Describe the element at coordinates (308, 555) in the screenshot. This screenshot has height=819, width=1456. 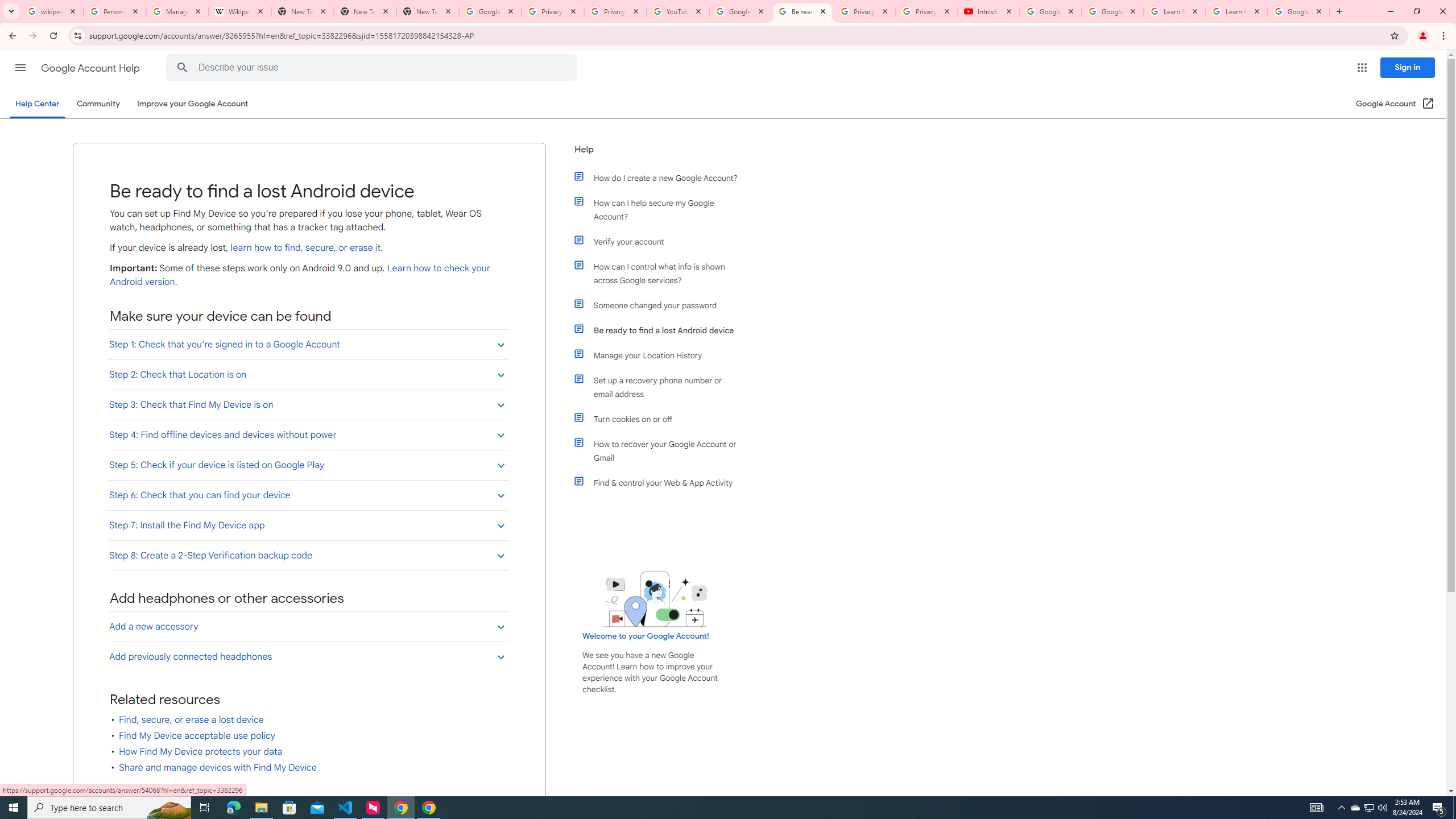
I see `'Step 8: Create a 2-Step Verification backup code'` at that location.